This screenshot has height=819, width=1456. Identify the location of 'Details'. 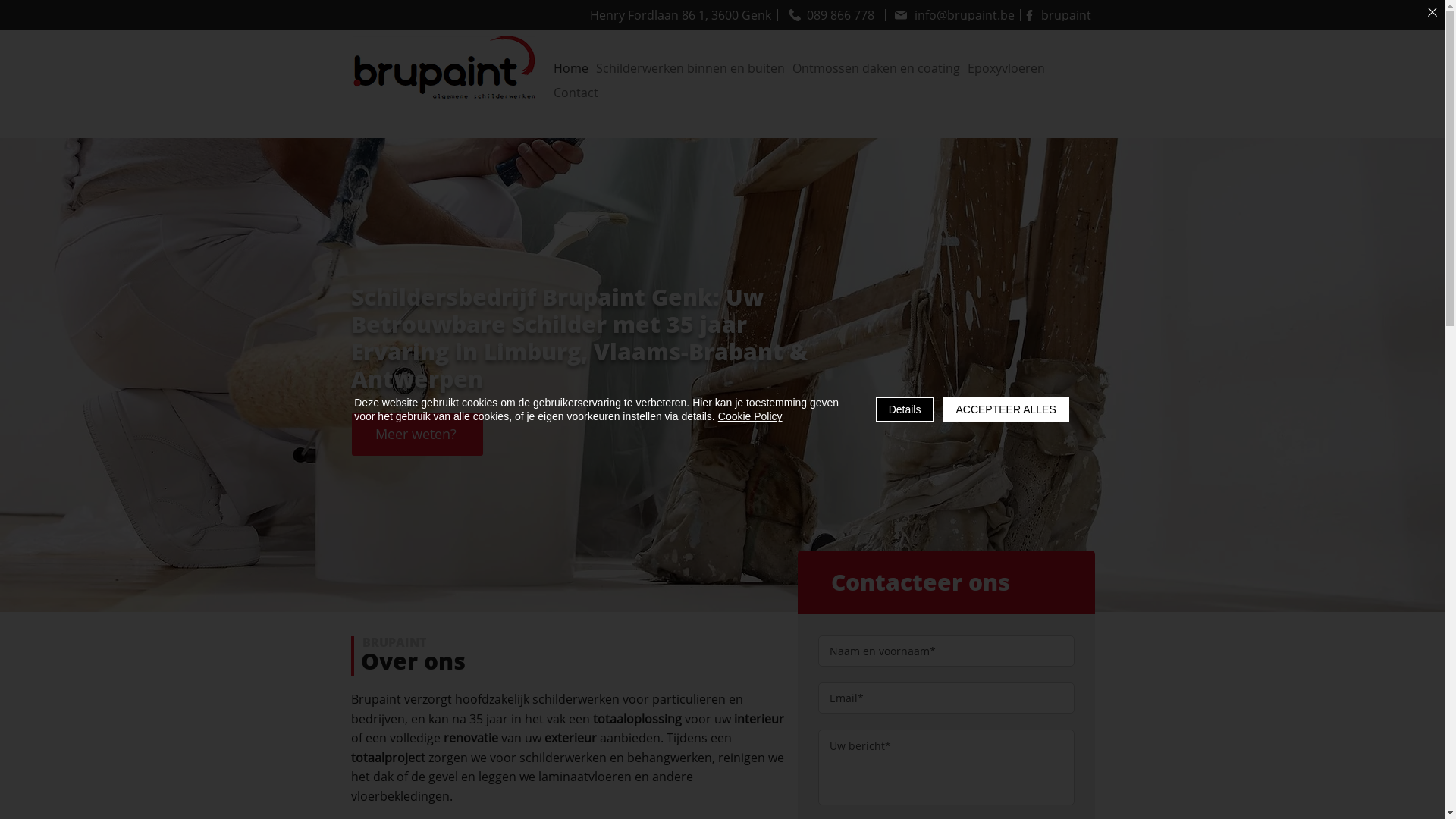
(905, 409).